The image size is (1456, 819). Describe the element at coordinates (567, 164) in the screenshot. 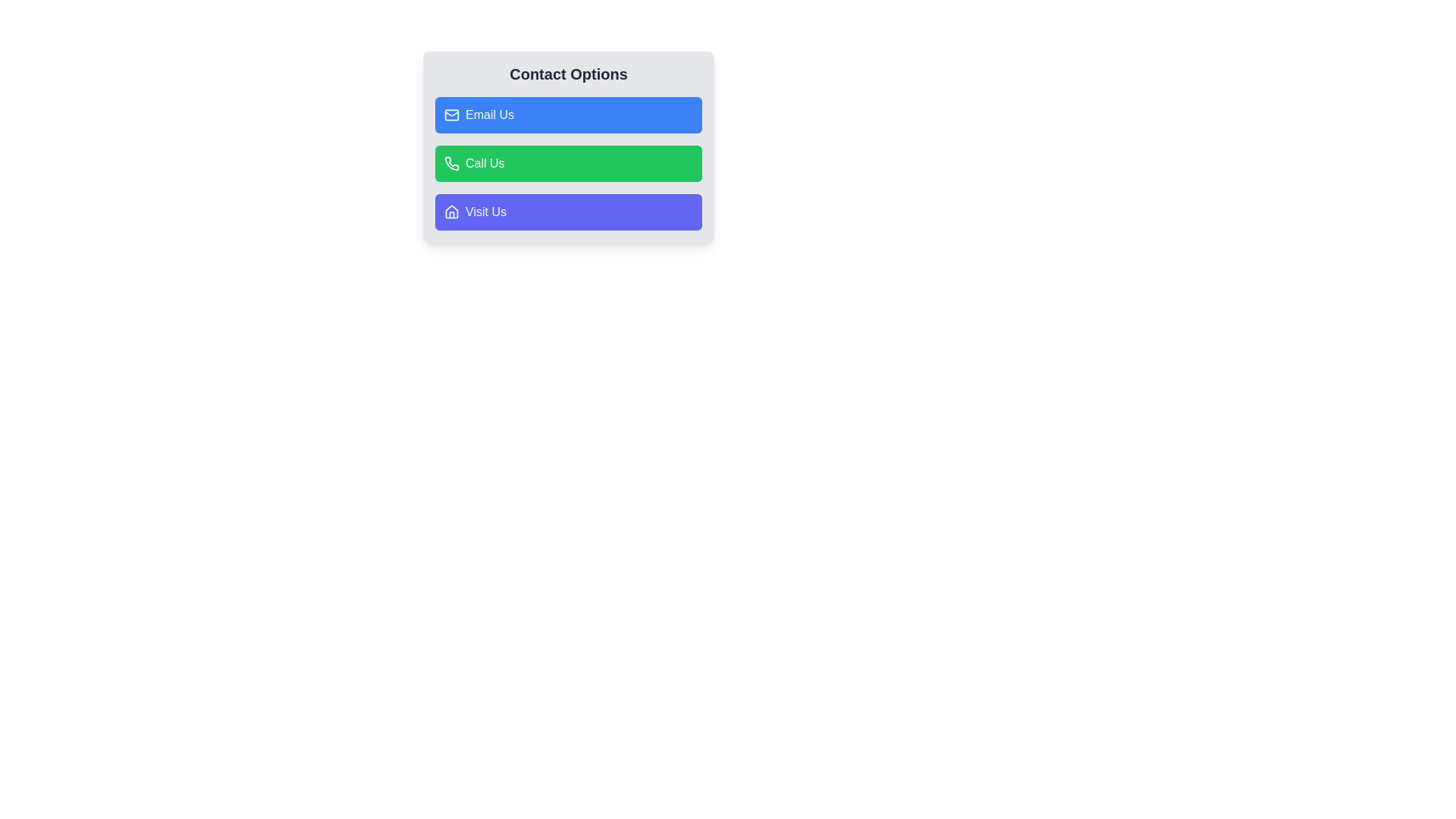

I see `the middle button in a vertical group of three buttons, which initiates a call` at that location.